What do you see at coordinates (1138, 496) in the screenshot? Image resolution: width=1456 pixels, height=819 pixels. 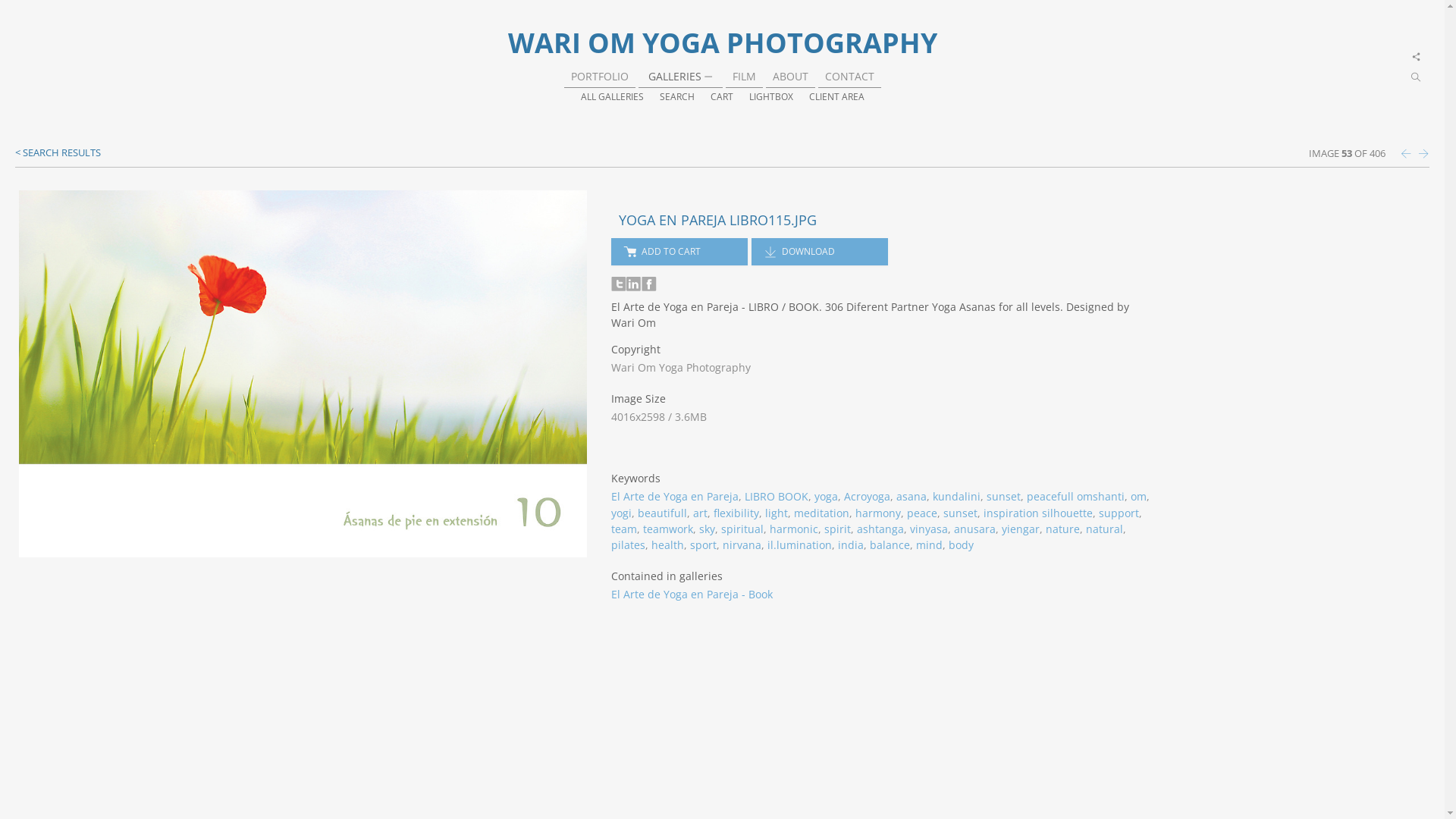 I see `'om'` at bounding box center [1138, 496].